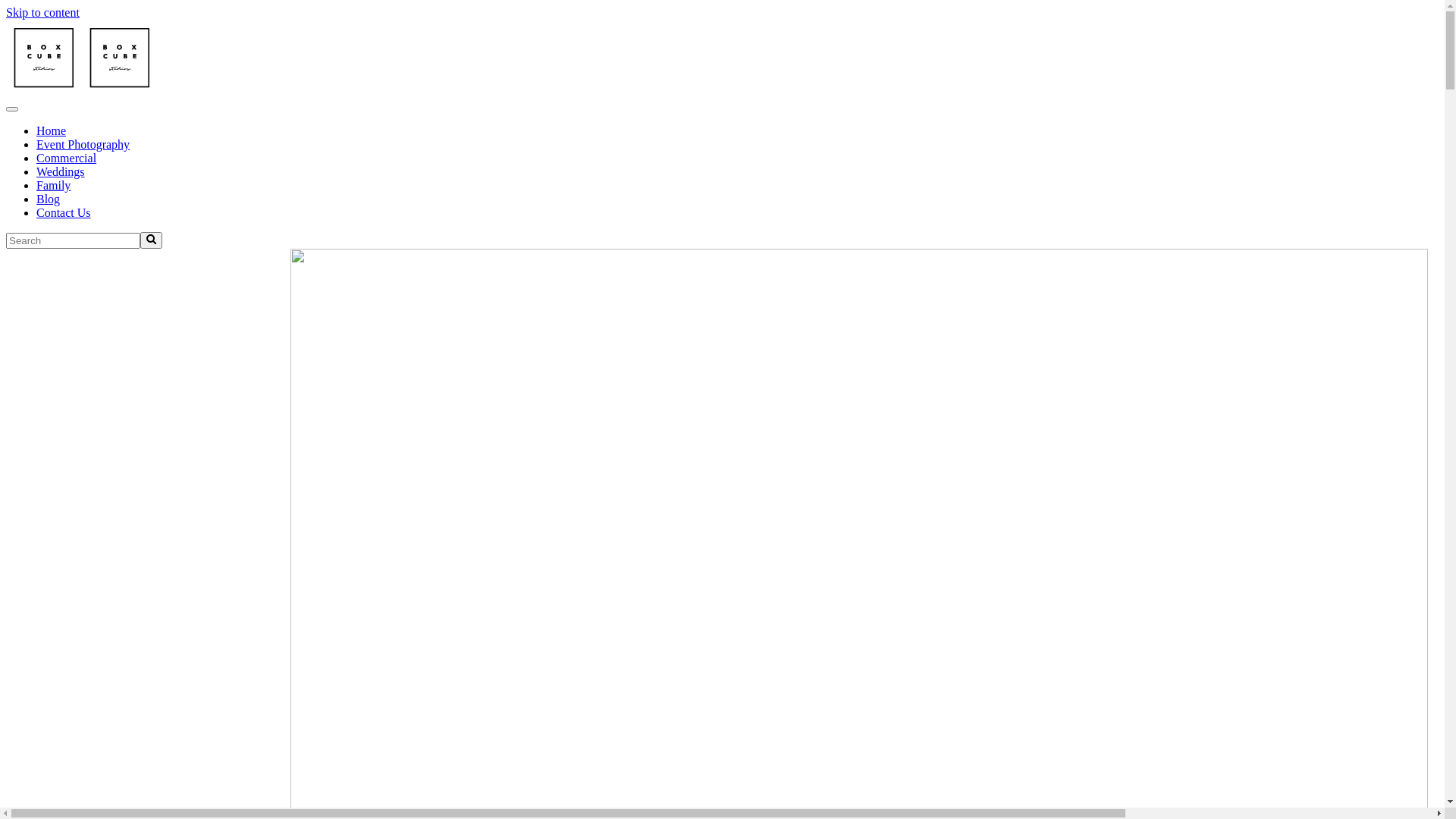 Image resolution: width=1456 pixels, height=819 pixels. I want to click on 'Commercial', so click(65, 158).